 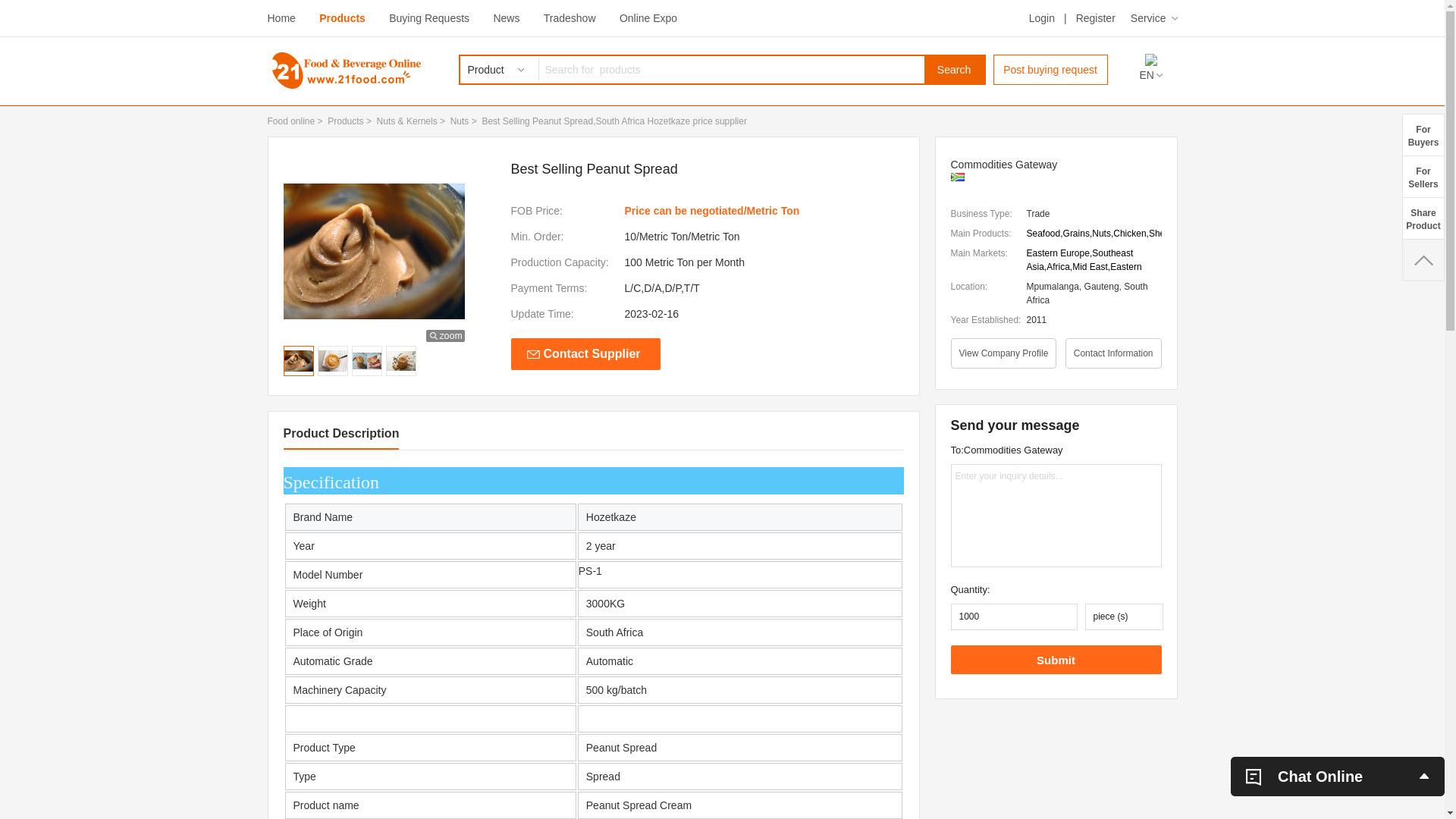 I want to click on 'Submit', so click(x=1055, y=659).